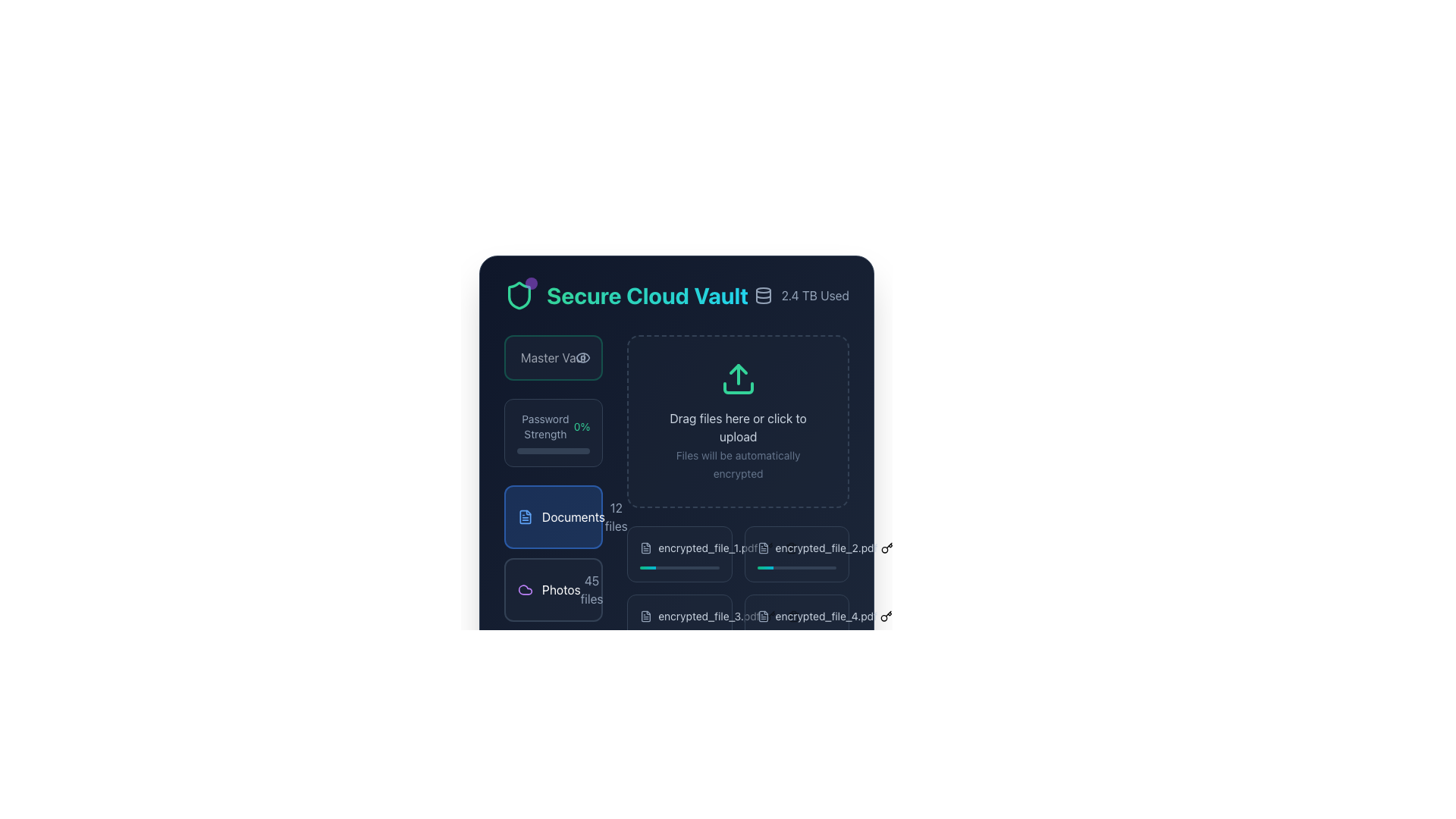  What do you see at coordinates (767, 548) in the screenshot?
I see `the key icon button located to the right of the first file in the 'Documents' section of the interface` at bounding box center [767, 548].